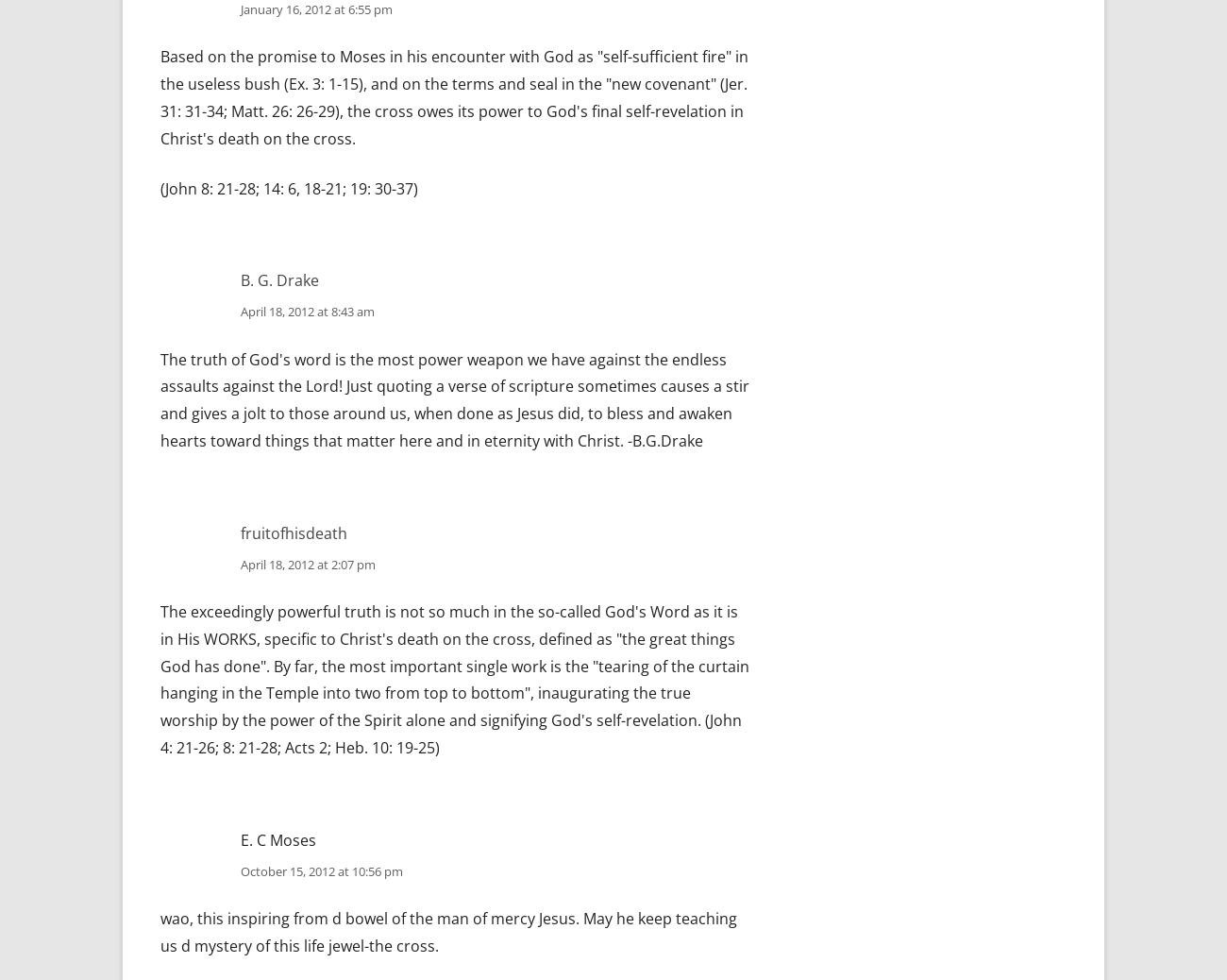 Image resolution: width=1227 pixels, height=980 pixels. Describe the element at coordinates (160, 678) in the screenshot. I see `'The exceedingly powerful truth is not so much in the so-called God's Word as it is in His WORKS, specific to Christ's death on the cross, defined as "the great things God has done". By far, the most important single work is the "tearing of the curtain hanging in the Temple into two from top to bottom", inaugurating the true worship by the power of the Spirit alone and signifying God's self-revelation. (John 4: 21-26; 8: 21-28; Acts 2; Heb. 10: 19-25)'` at that location.